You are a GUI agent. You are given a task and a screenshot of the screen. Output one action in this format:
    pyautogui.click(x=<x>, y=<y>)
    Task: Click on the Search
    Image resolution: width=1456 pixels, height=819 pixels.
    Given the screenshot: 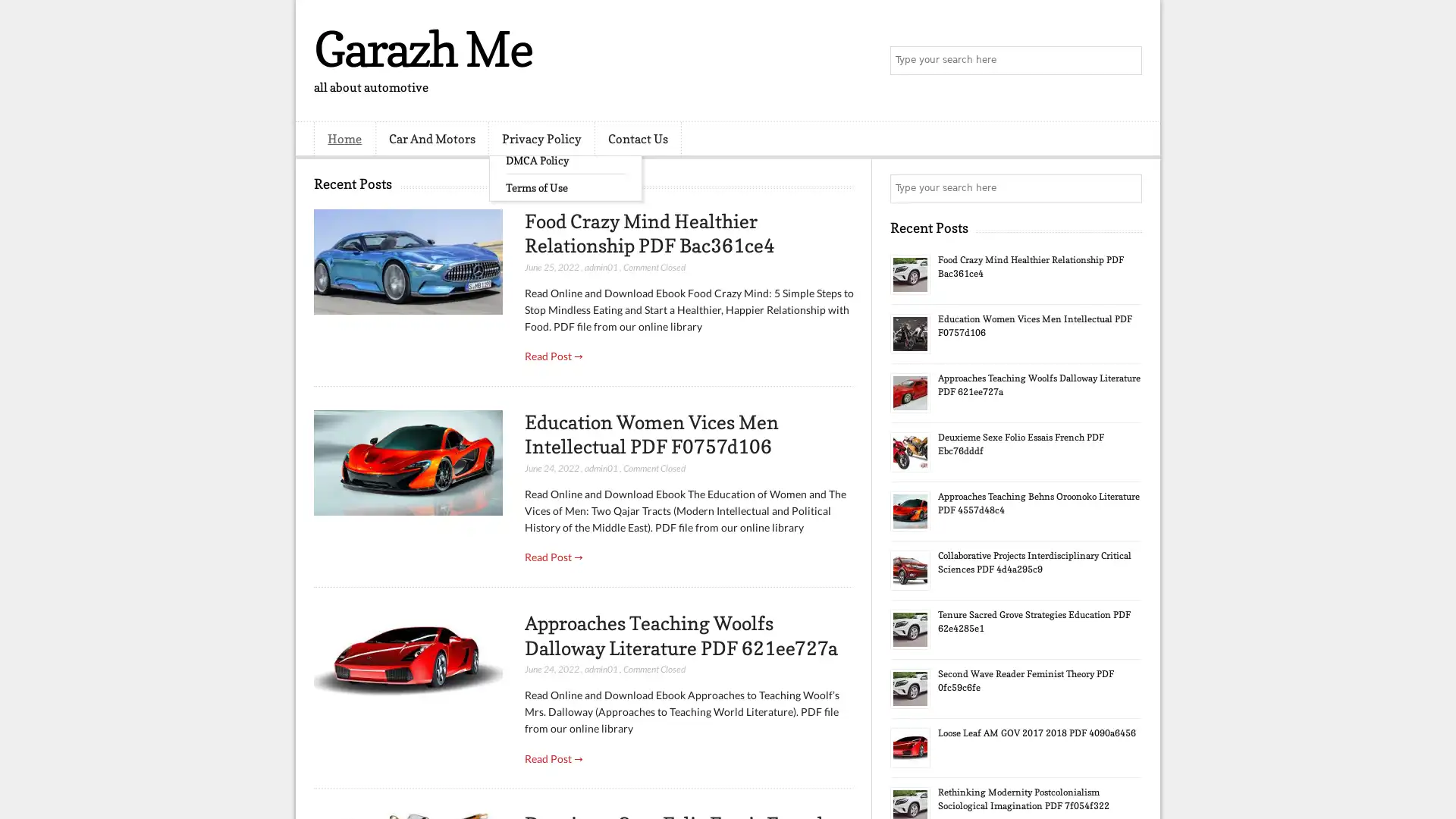 What is the action you would take?
    pyautogui.click(x=1126, y=188)
    